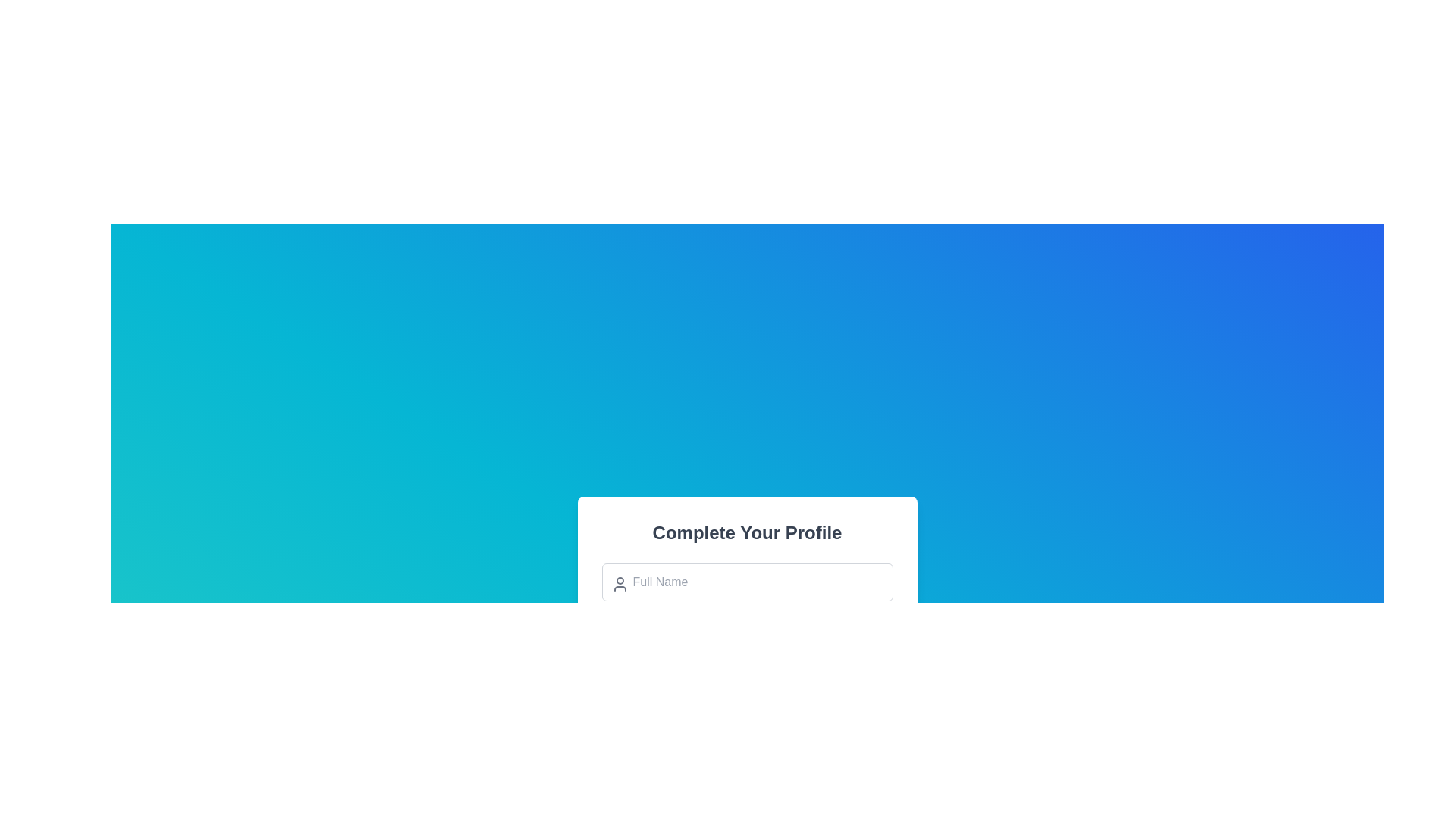 This screenshot has width=1456, height=819. What do you see at coordinates (620, 583) in the screenshot?
I see `the user profile silhouette icon, which is gray and located to the left of the 'Full Name' text input field` at bounding box center [620, 583].